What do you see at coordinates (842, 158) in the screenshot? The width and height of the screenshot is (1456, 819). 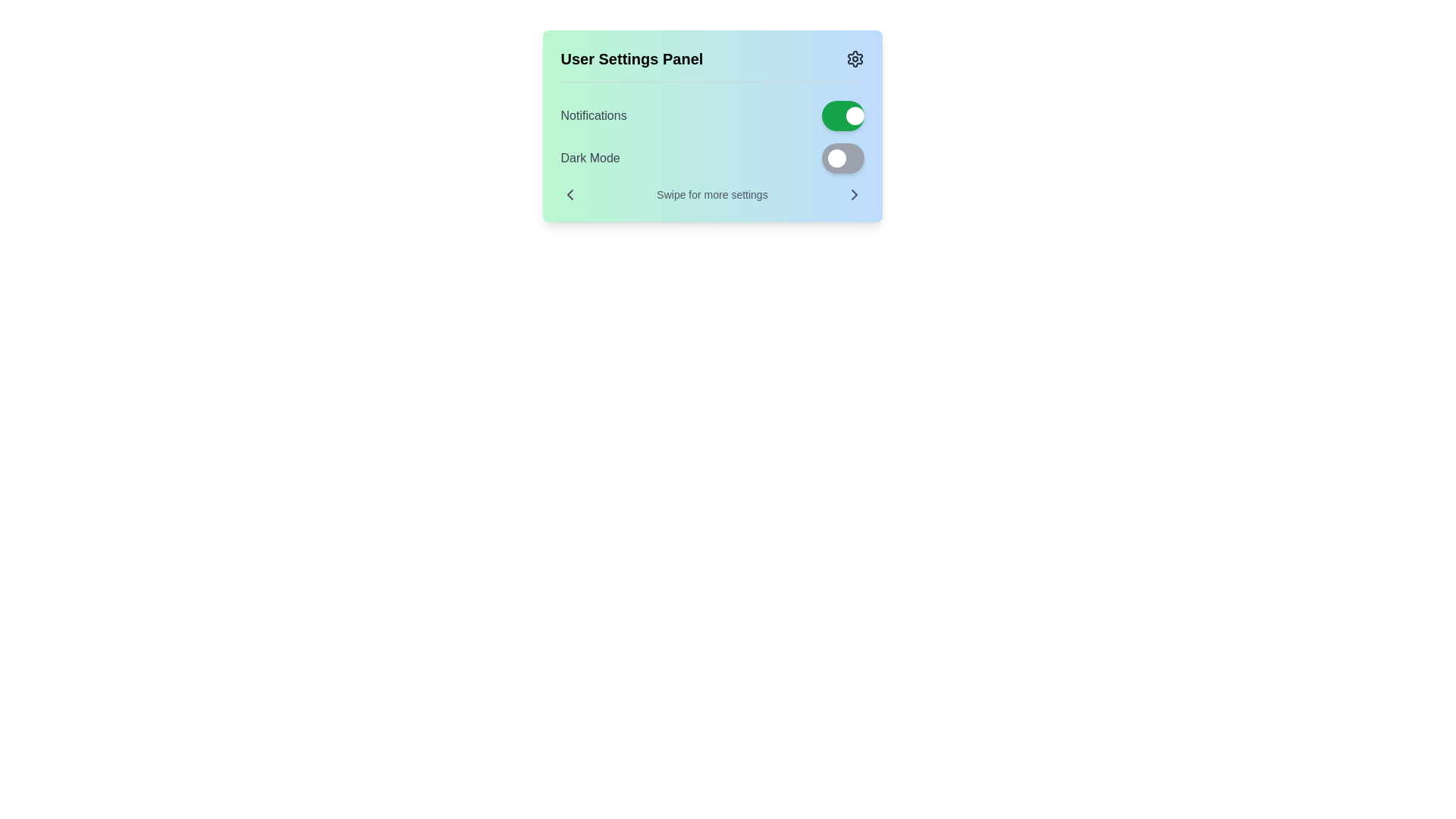 I see `the dark mode toggle button to change its state` at bounding box center [842, 158].